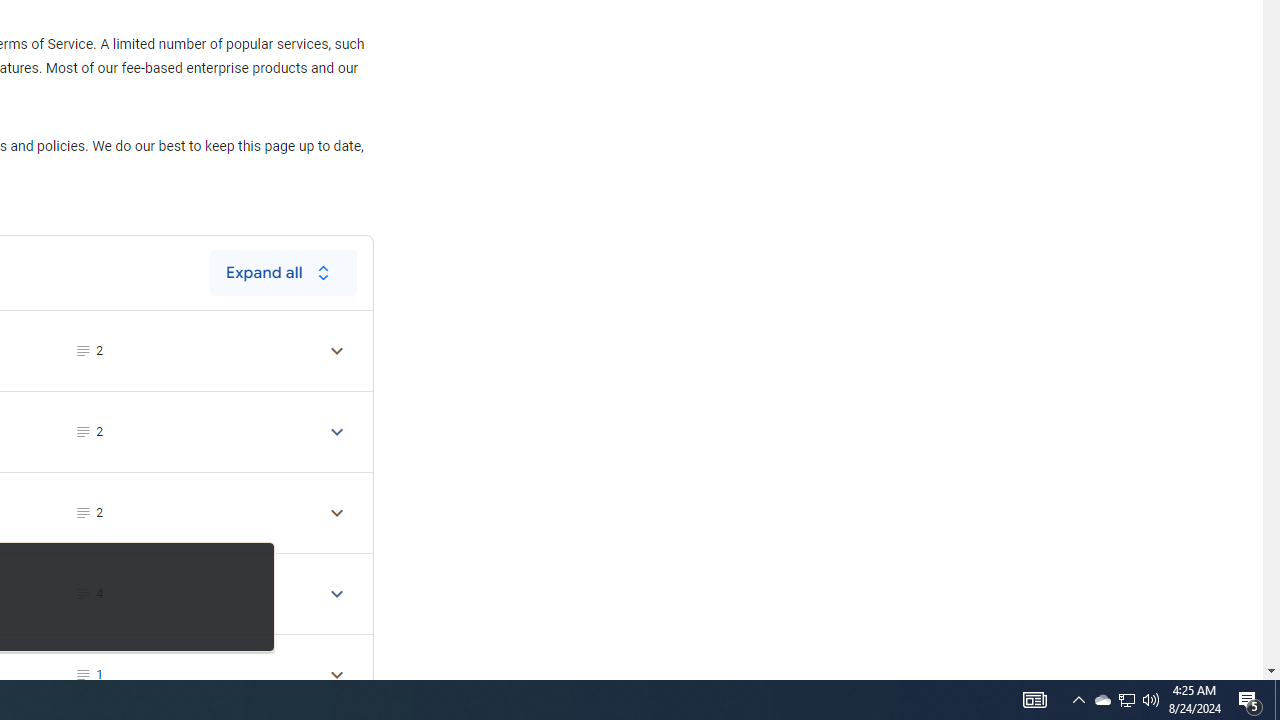 The width and height of the screenshot is (1280, 720). What do you see at coordinates (282, 272) in the screenshot?
I see `'Expand all'` at bounding box center [282, 272].